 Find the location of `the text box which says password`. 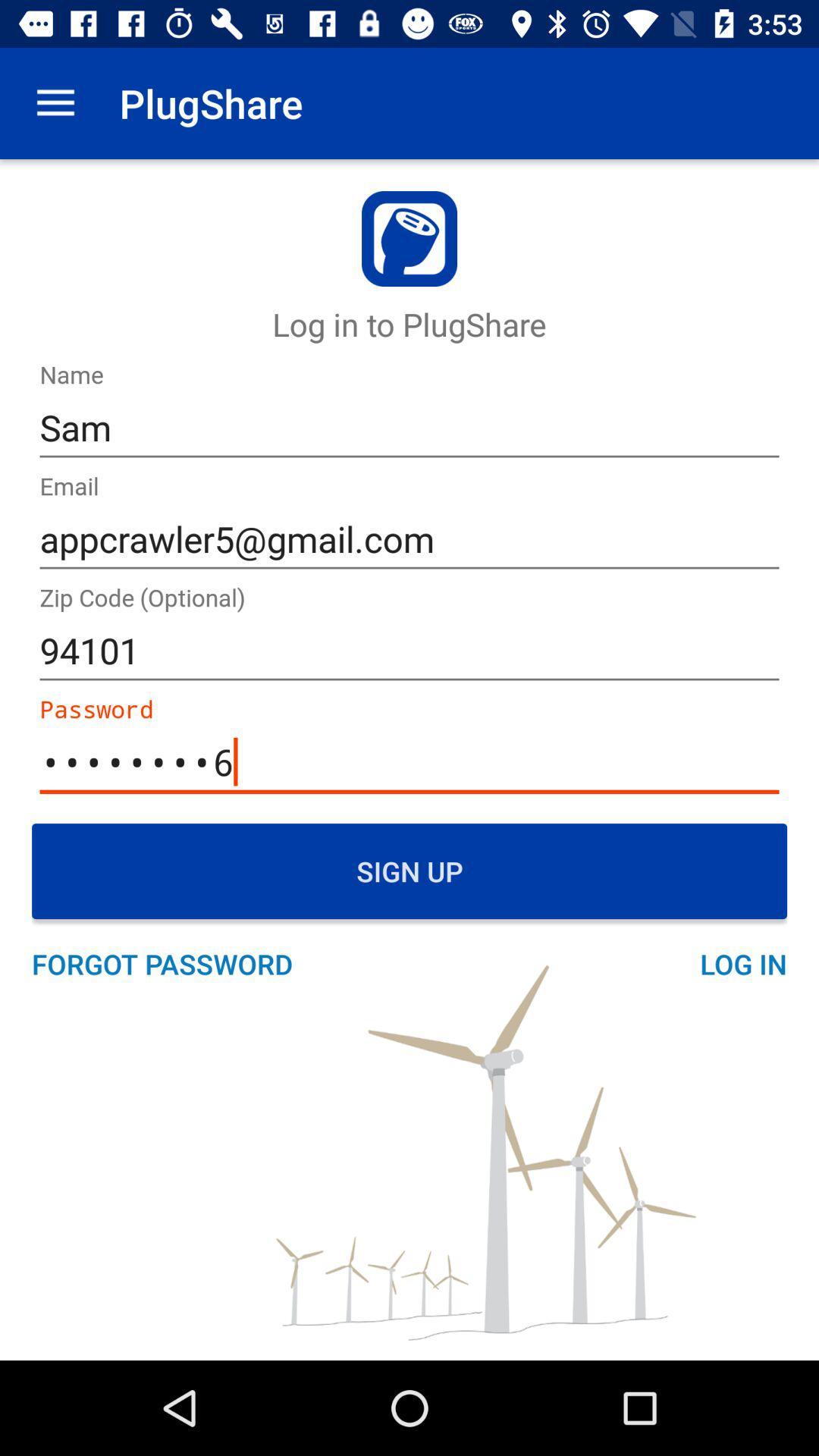

the text box which says password is located at coordinates (409, 763).